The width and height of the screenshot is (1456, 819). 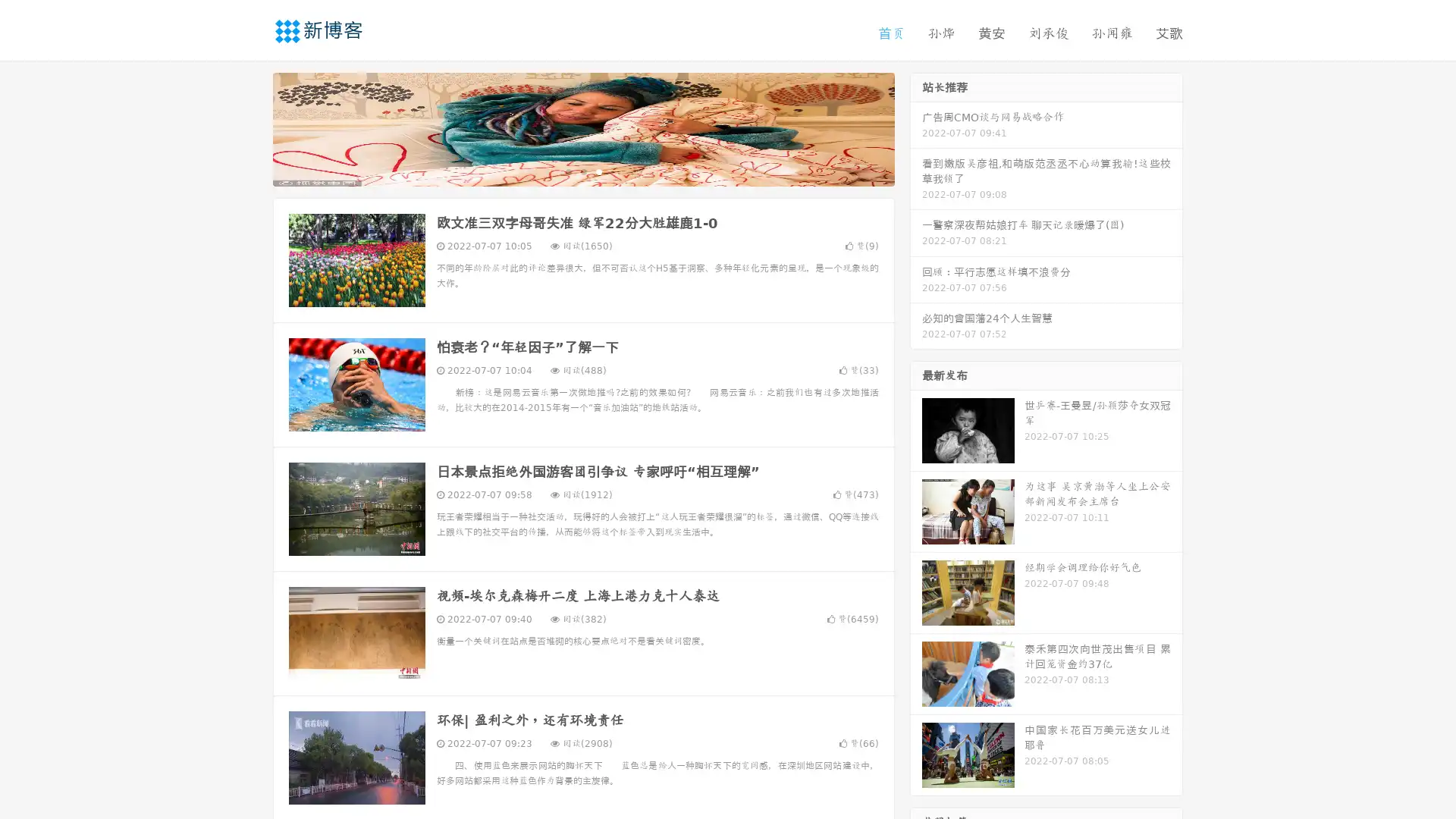 I want to click on Go to slide 1, so click(x=567, y=171).